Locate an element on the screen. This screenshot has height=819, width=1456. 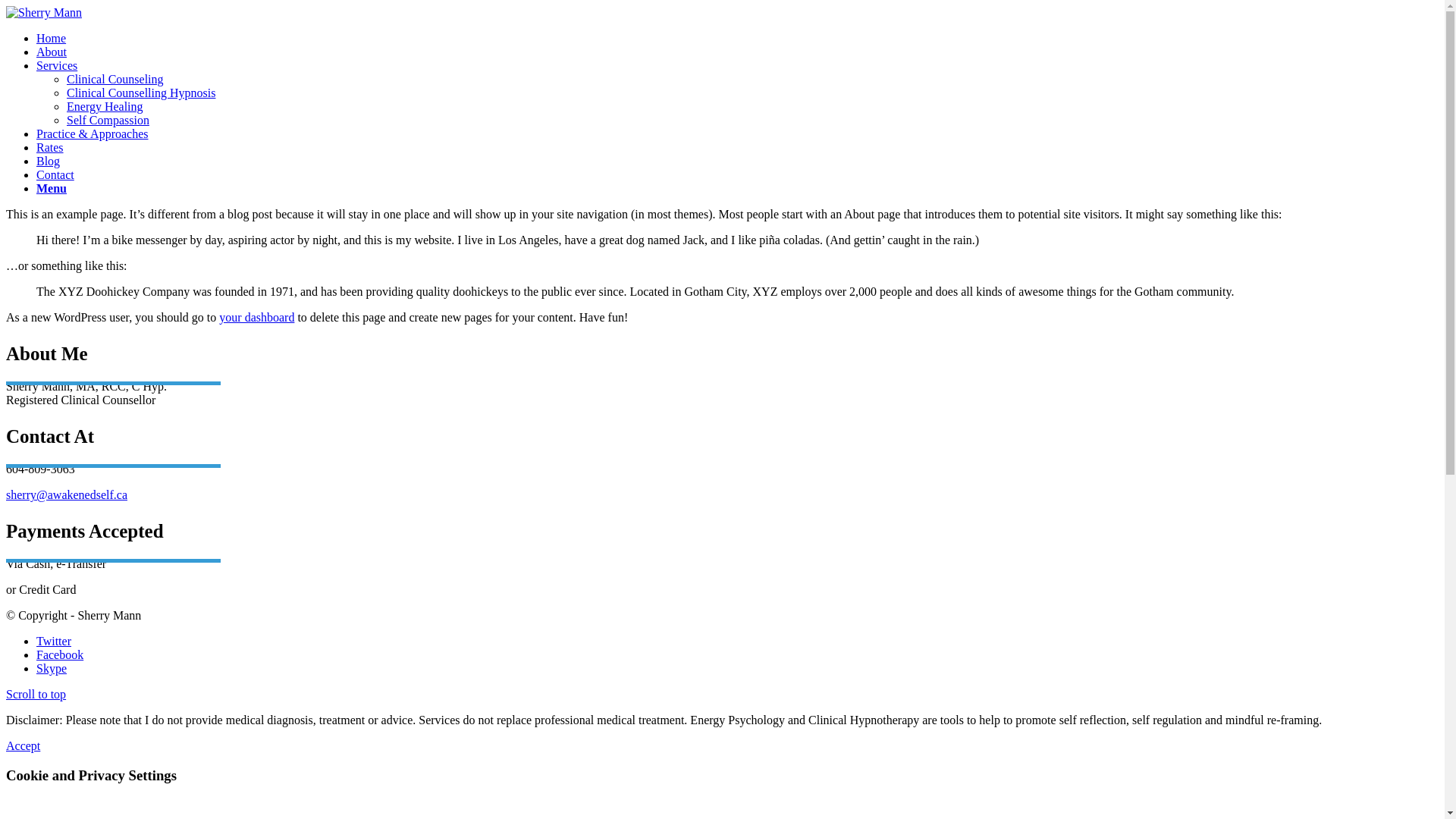
'Practice & Approaches' is located at coordinates (36, 133).